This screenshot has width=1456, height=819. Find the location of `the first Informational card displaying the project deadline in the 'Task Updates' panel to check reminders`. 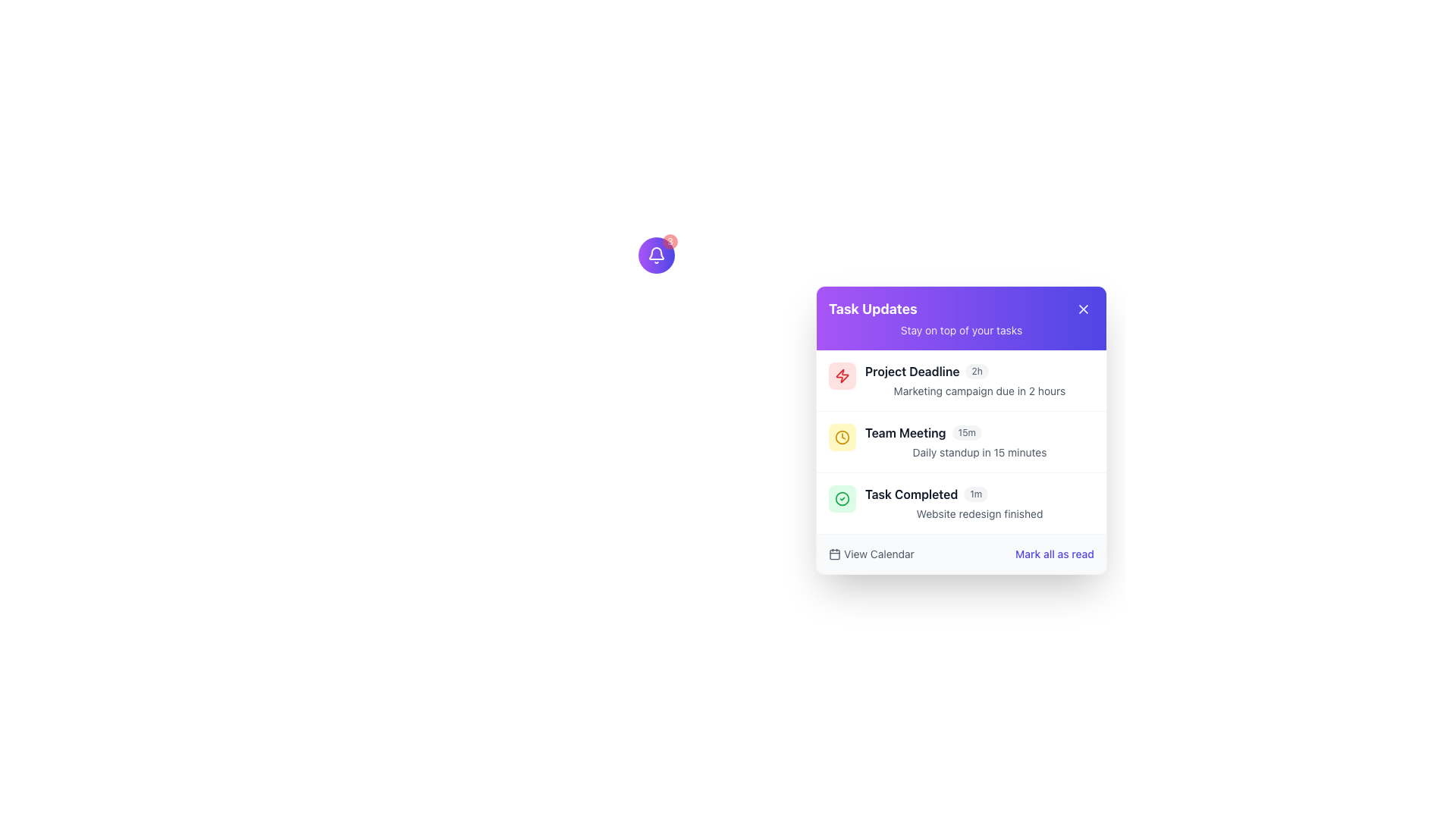

the first Informational card displaying the project deadline in the 'Task Updates' panel to check reminders is located at coordinates (979, 371).